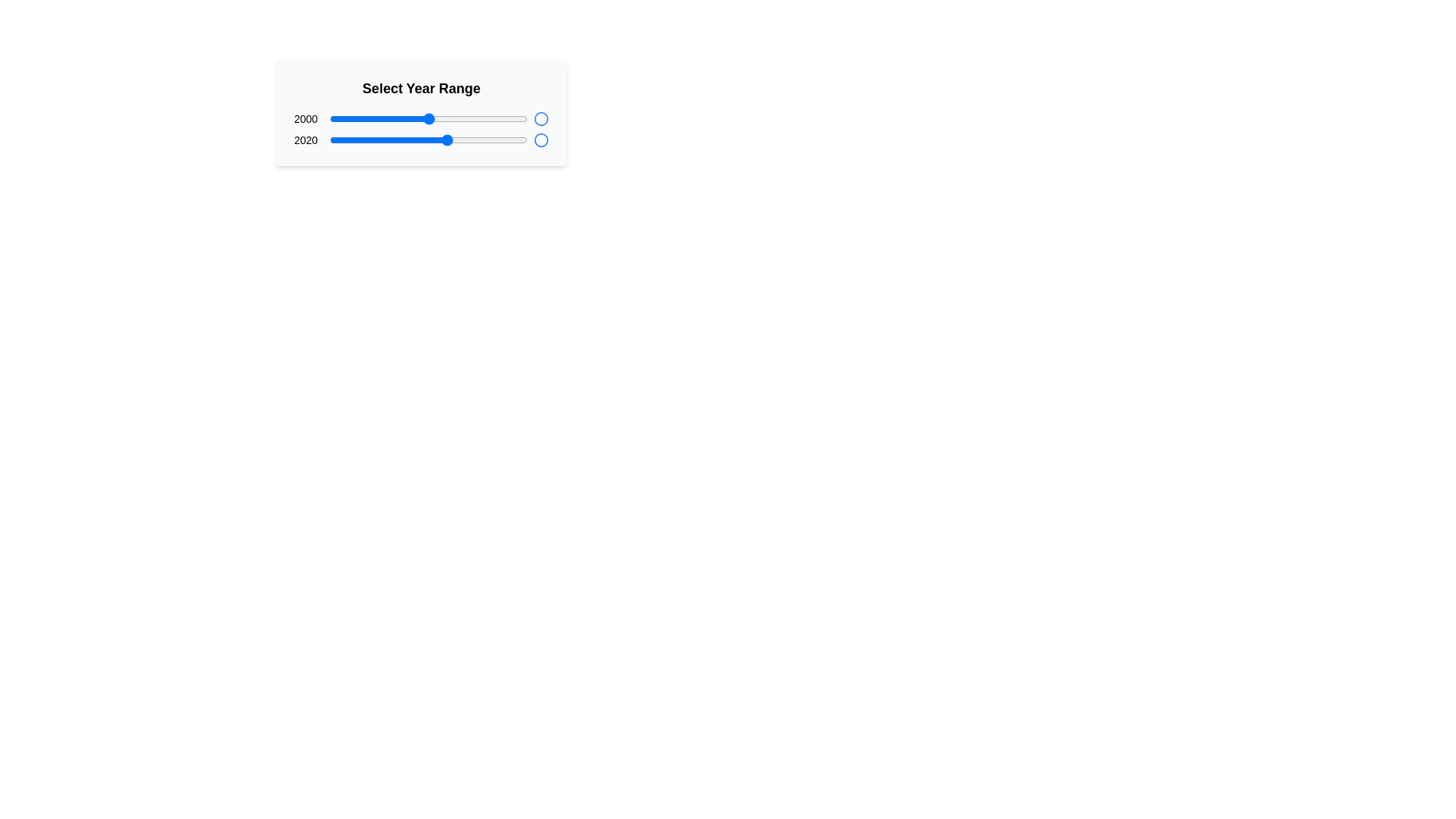 This screenshot has height=819, width=1456. I want to click on the second range slider located below the first slider and adjacent to the label '2020' to set the slider value, so click(428, 140).